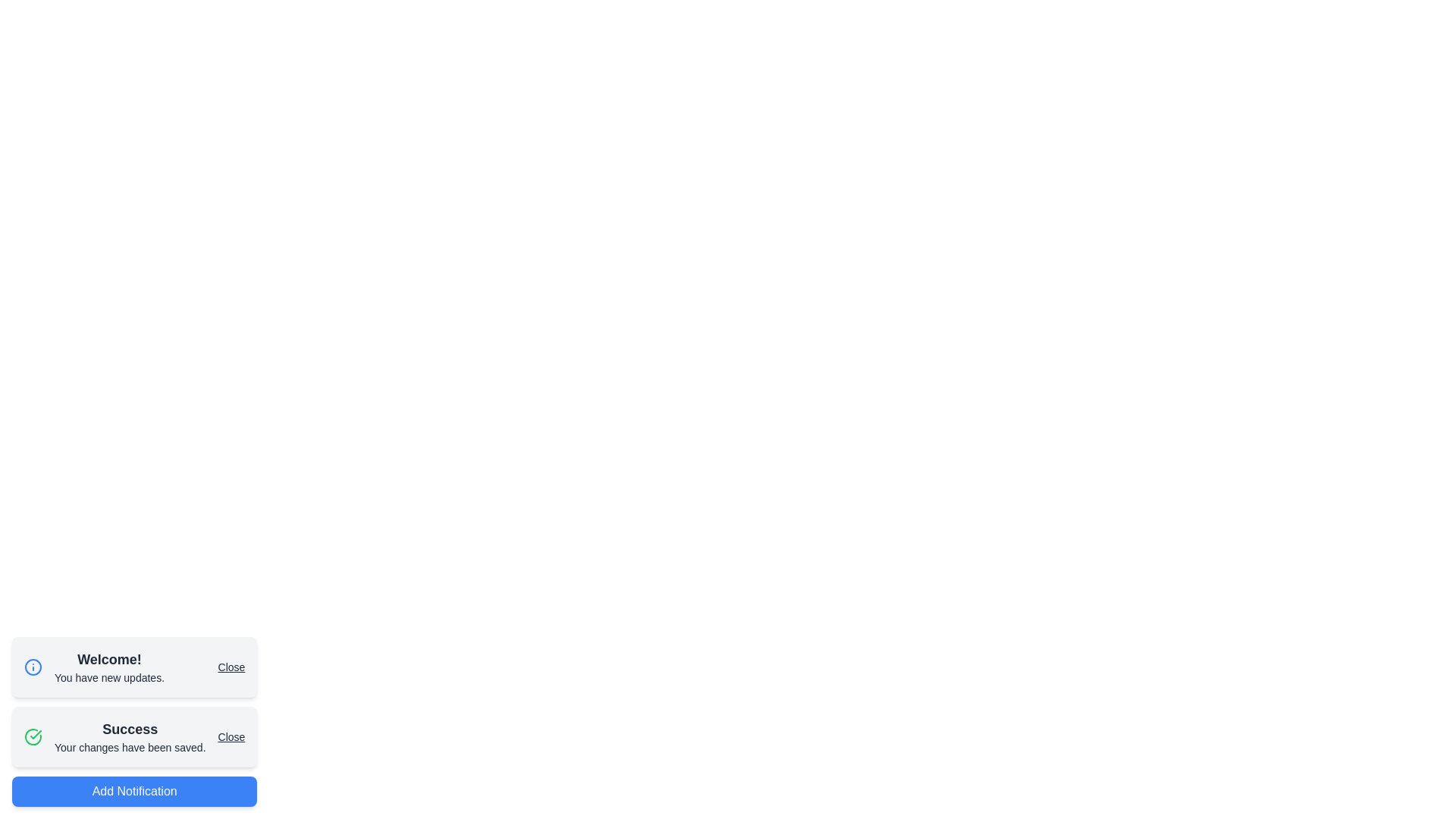 This screenshot has width=1456, height=819. What do you see at coordinates (33, 666) in the screenshot?
I see `the circular blue outlined icon resembling an information symbol, located to the left of the 'Welcome!' notification text` at bounding box center [33, 666].